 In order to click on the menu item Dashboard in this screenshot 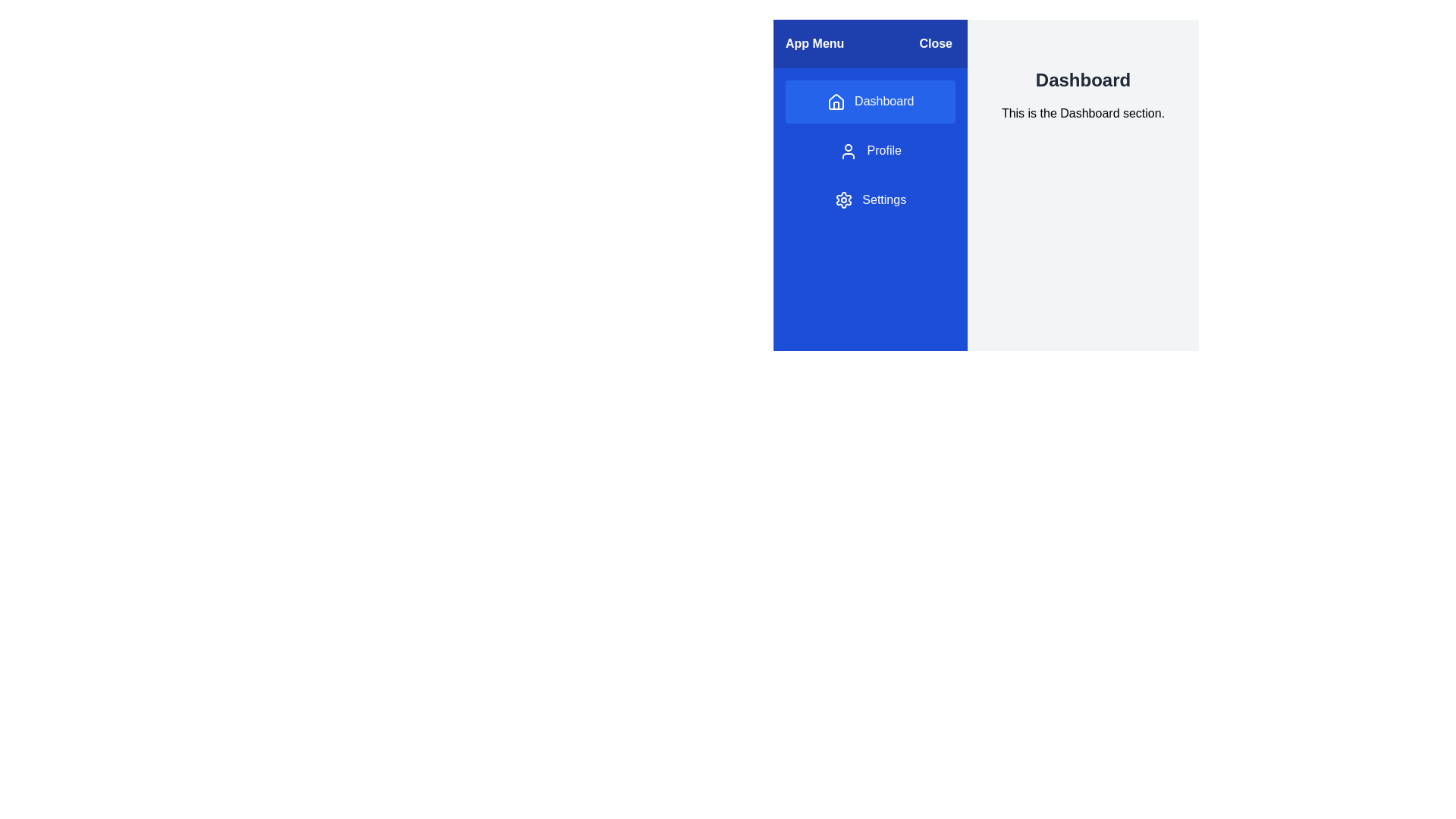, I will do `click(870, 102)`.